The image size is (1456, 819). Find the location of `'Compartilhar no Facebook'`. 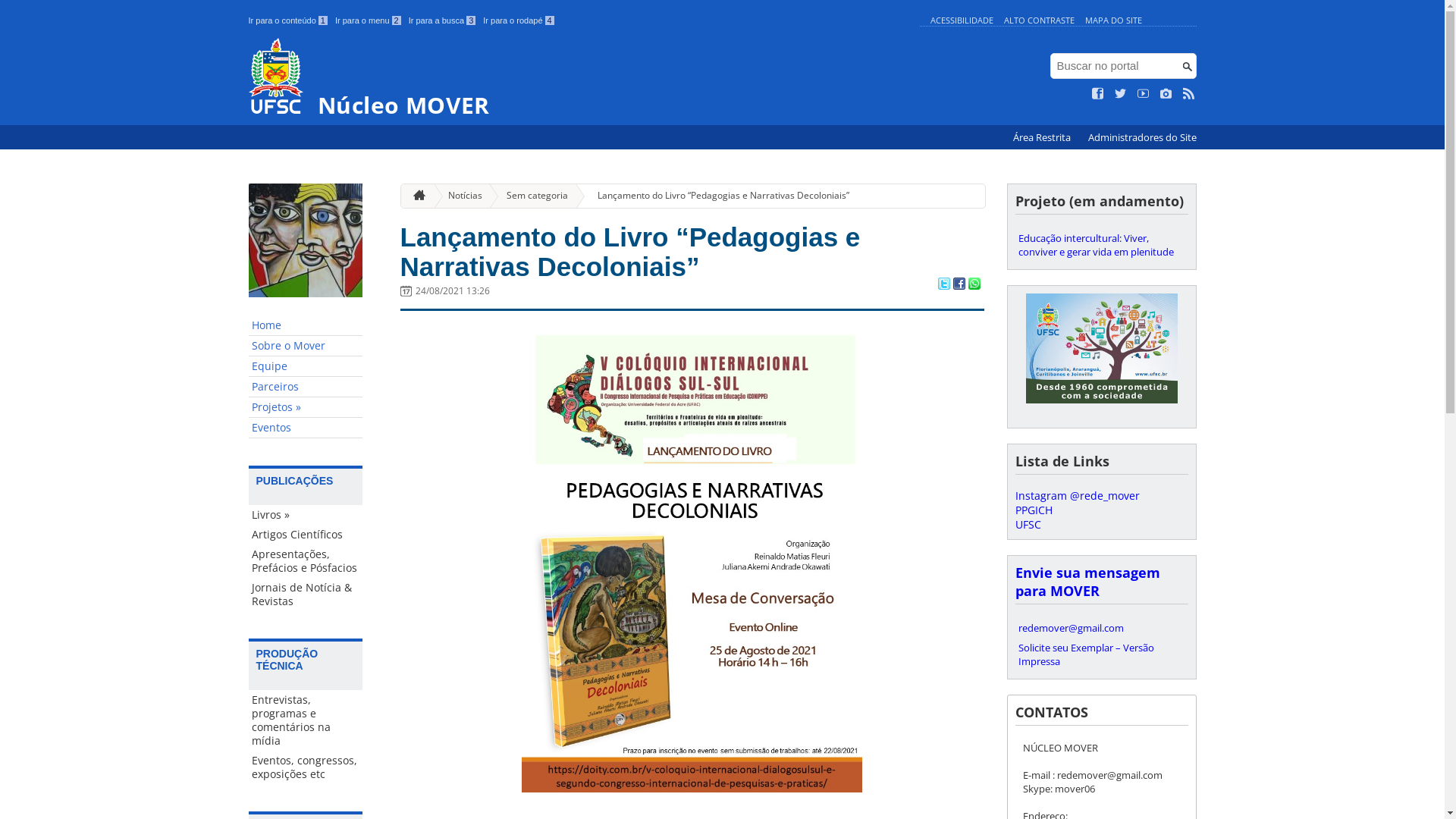

'Compartilhar no Facebook' is located at coordinates (957, 284).